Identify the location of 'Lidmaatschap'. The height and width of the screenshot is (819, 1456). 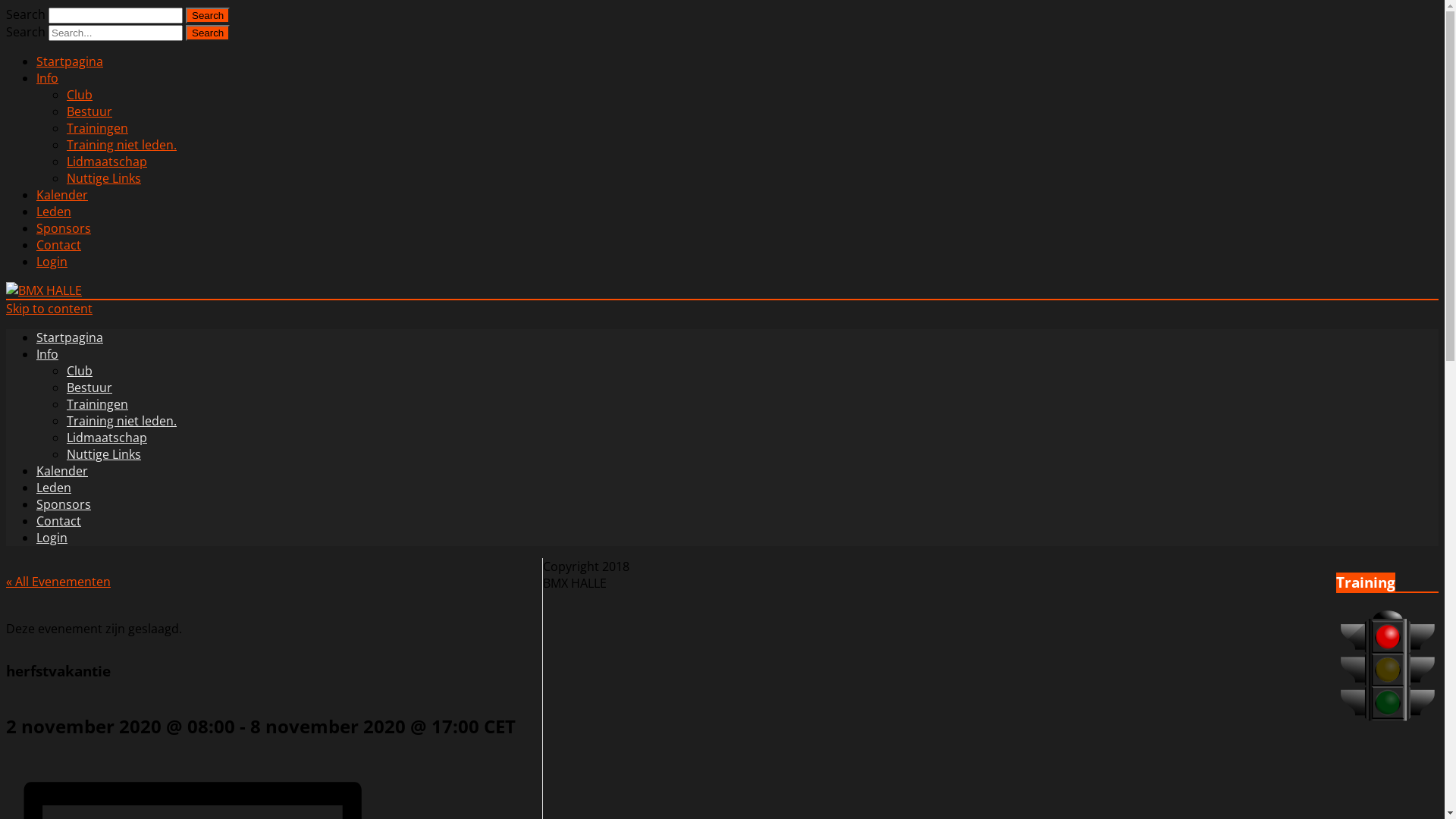
(65, 438).